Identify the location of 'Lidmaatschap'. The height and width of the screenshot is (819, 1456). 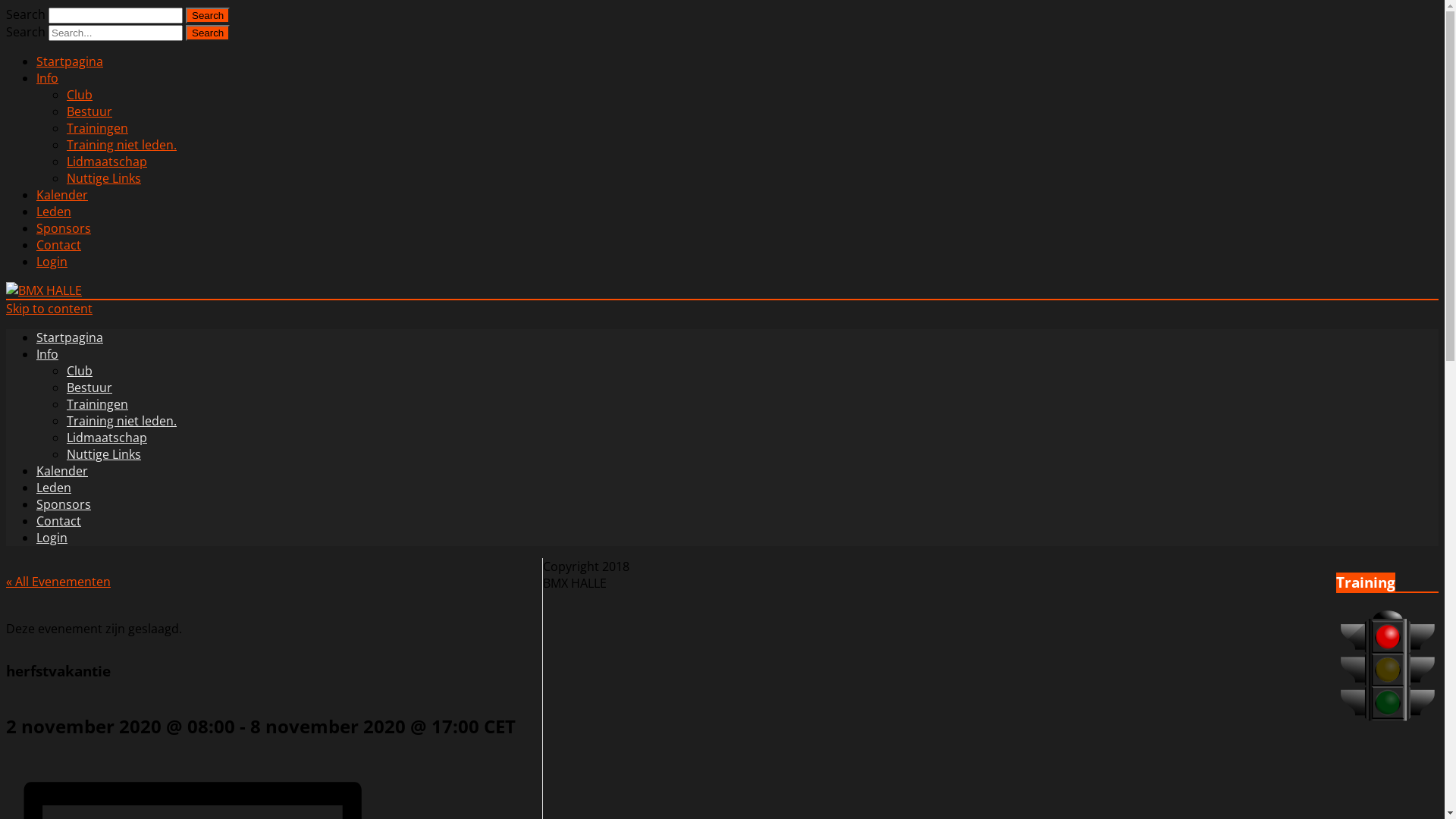
(65, 438).